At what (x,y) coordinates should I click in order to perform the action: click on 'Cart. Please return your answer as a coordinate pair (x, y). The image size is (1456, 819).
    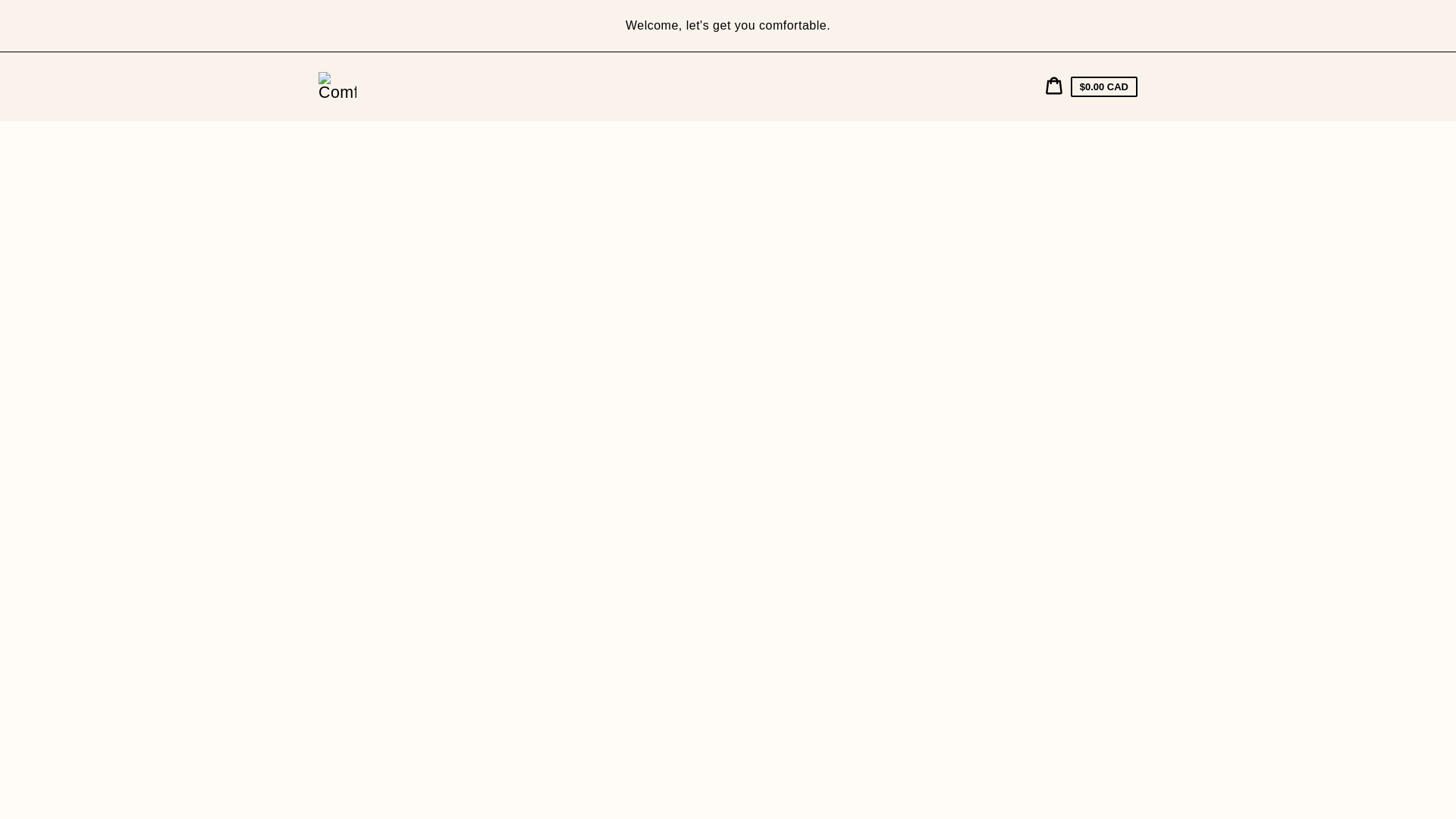
    Looking at the image, I should click on (1090, 86).